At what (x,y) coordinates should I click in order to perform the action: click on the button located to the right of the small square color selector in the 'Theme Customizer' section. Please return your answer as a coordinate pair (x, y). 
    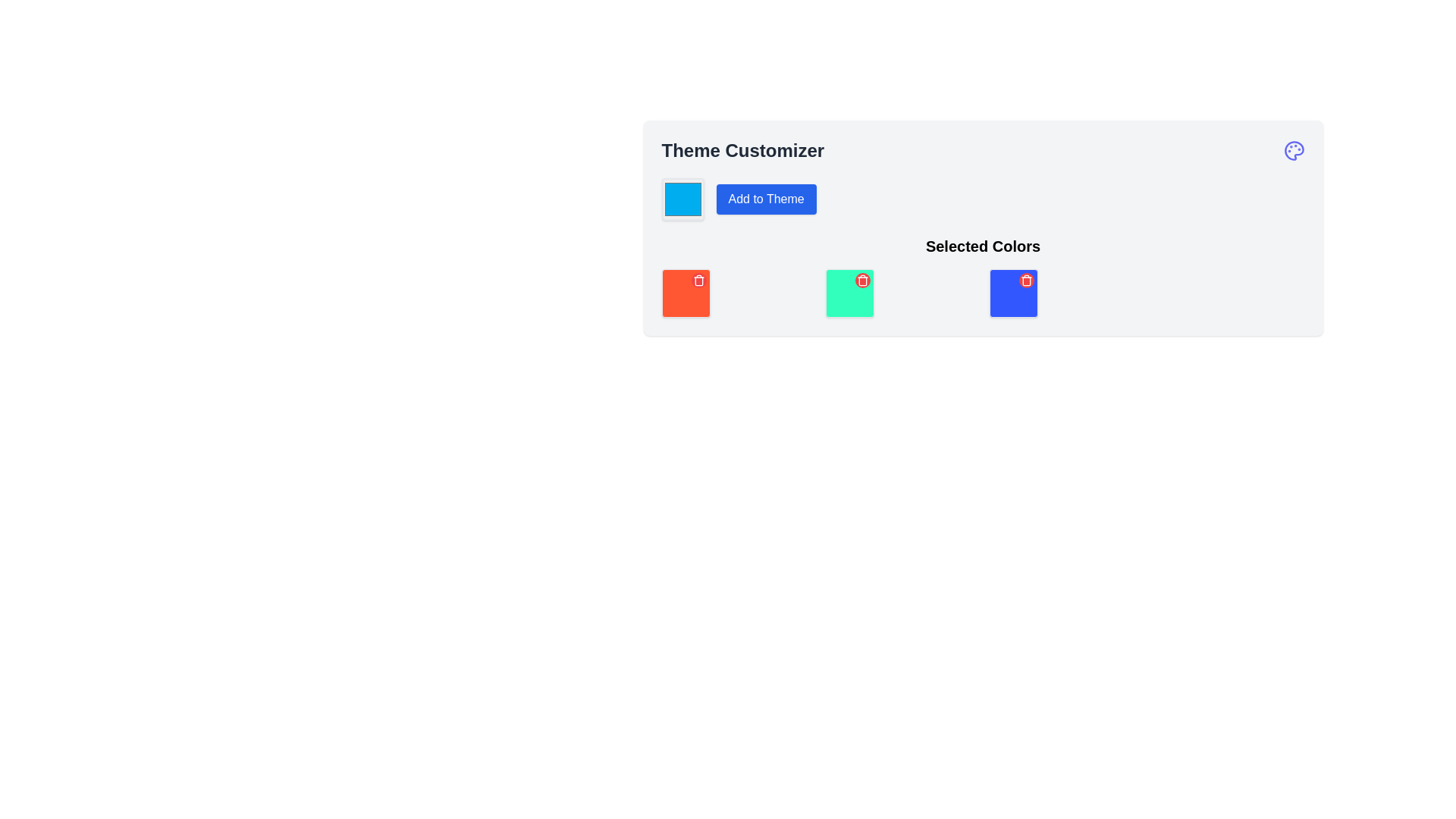
    Looking at the image, I should click on (766, 198).